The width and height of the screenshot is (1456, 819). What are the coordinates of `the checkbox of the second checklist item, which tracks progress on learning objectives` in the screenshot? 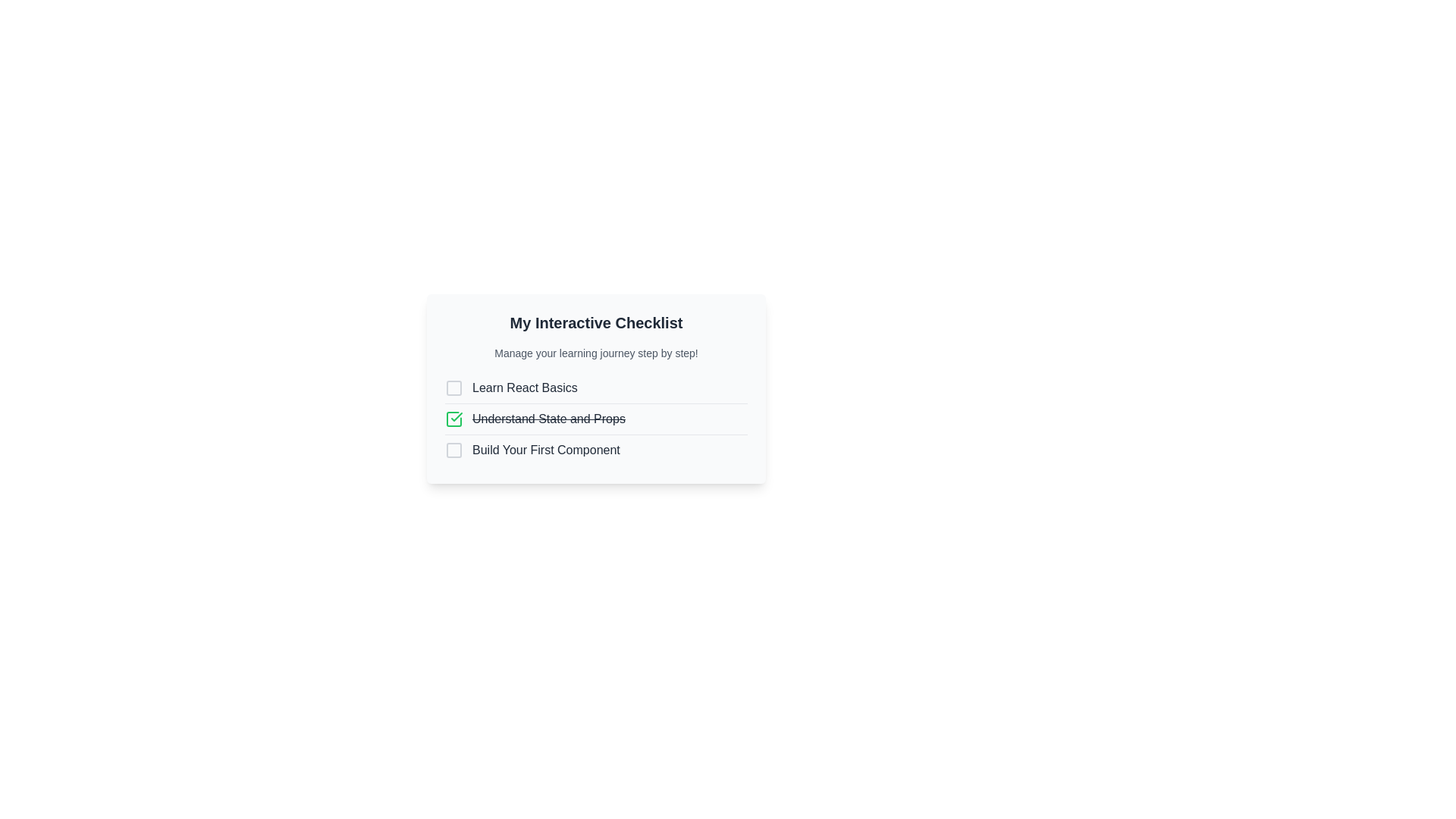 It's located at (595, 411).